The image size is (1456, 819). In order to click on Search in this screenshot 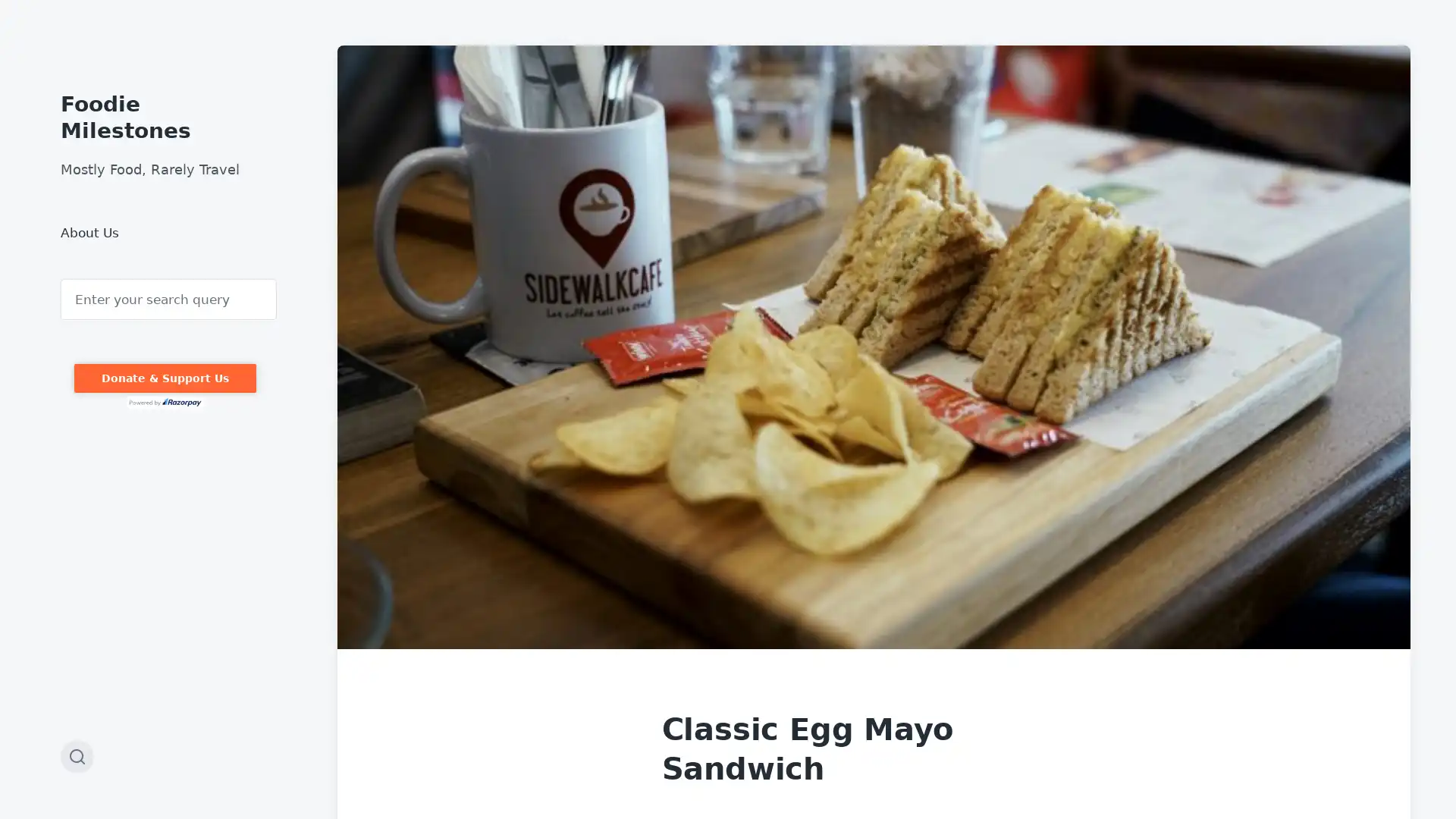, I will do `click(61, 279)`.